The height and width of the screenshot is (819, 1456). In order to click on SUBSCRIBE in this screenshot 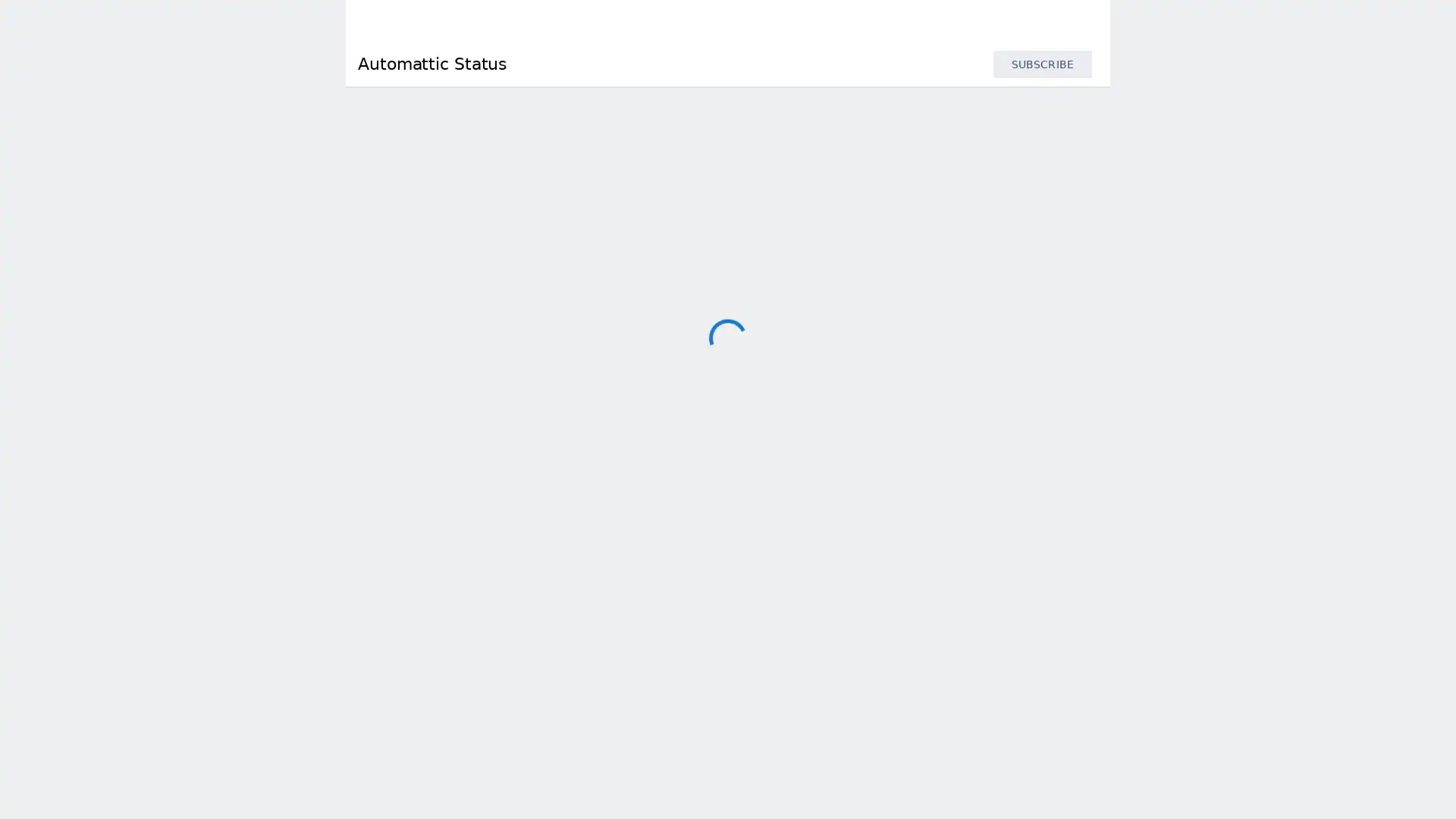, I will do `click(1041, 63)`.